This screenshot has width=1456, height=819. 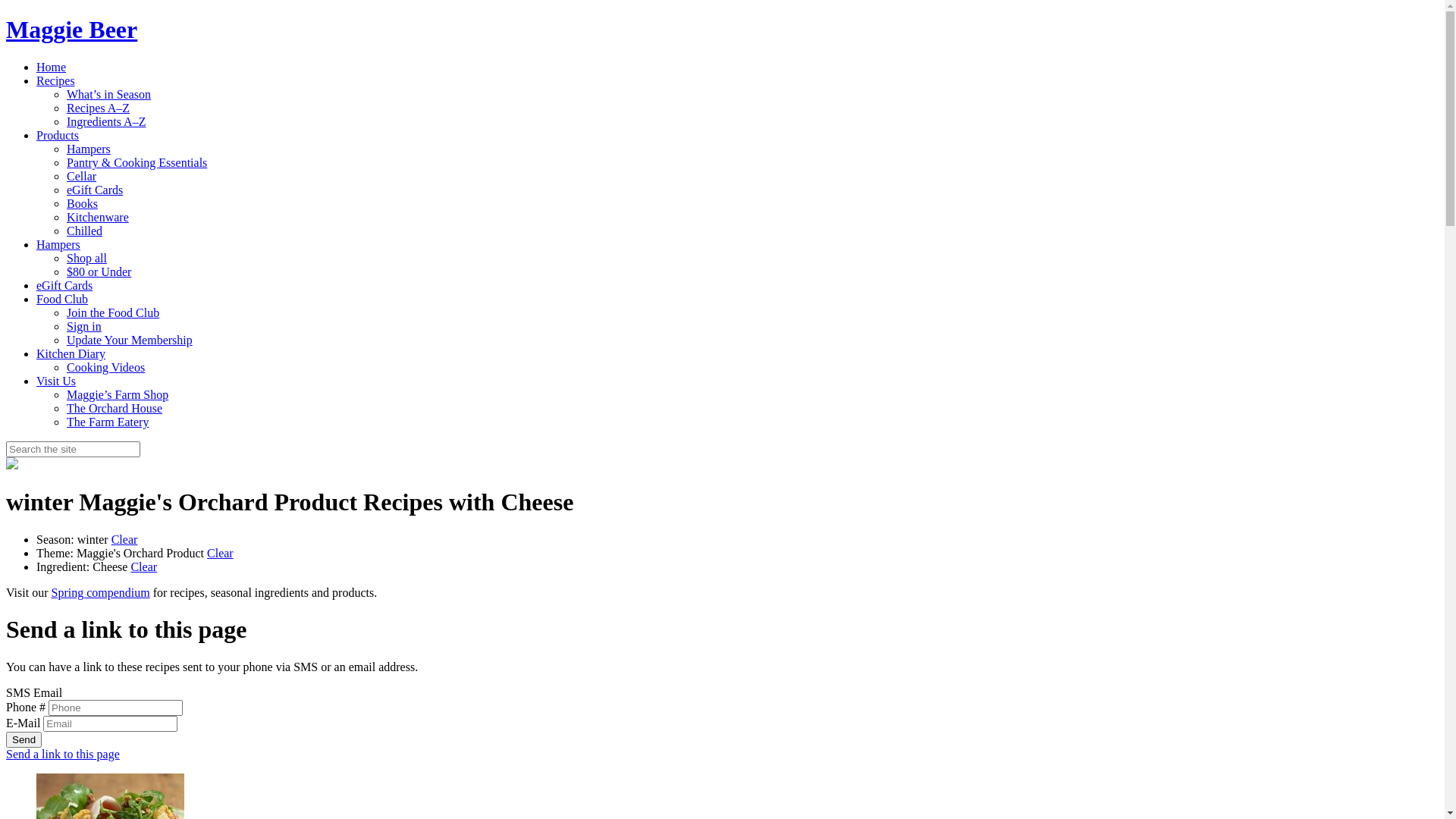 What do you see at coordinates (71, 29) in the screenshot?
I see `'Maggie Beer'` at bounding box center [71, 29].